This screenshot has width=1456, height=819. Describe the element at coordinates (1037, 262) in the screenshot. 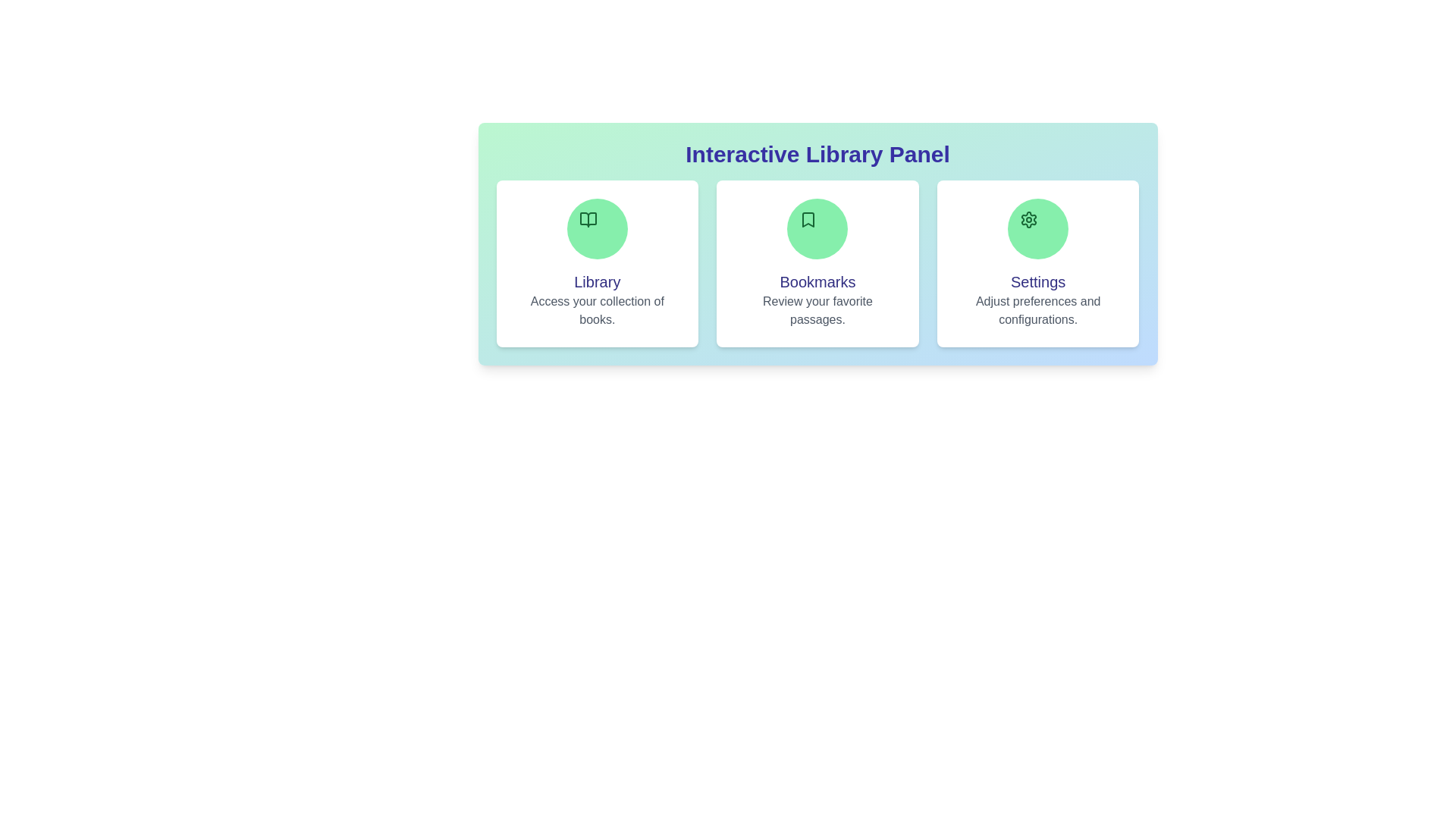

I see `the card representing the Settings section` at that location.